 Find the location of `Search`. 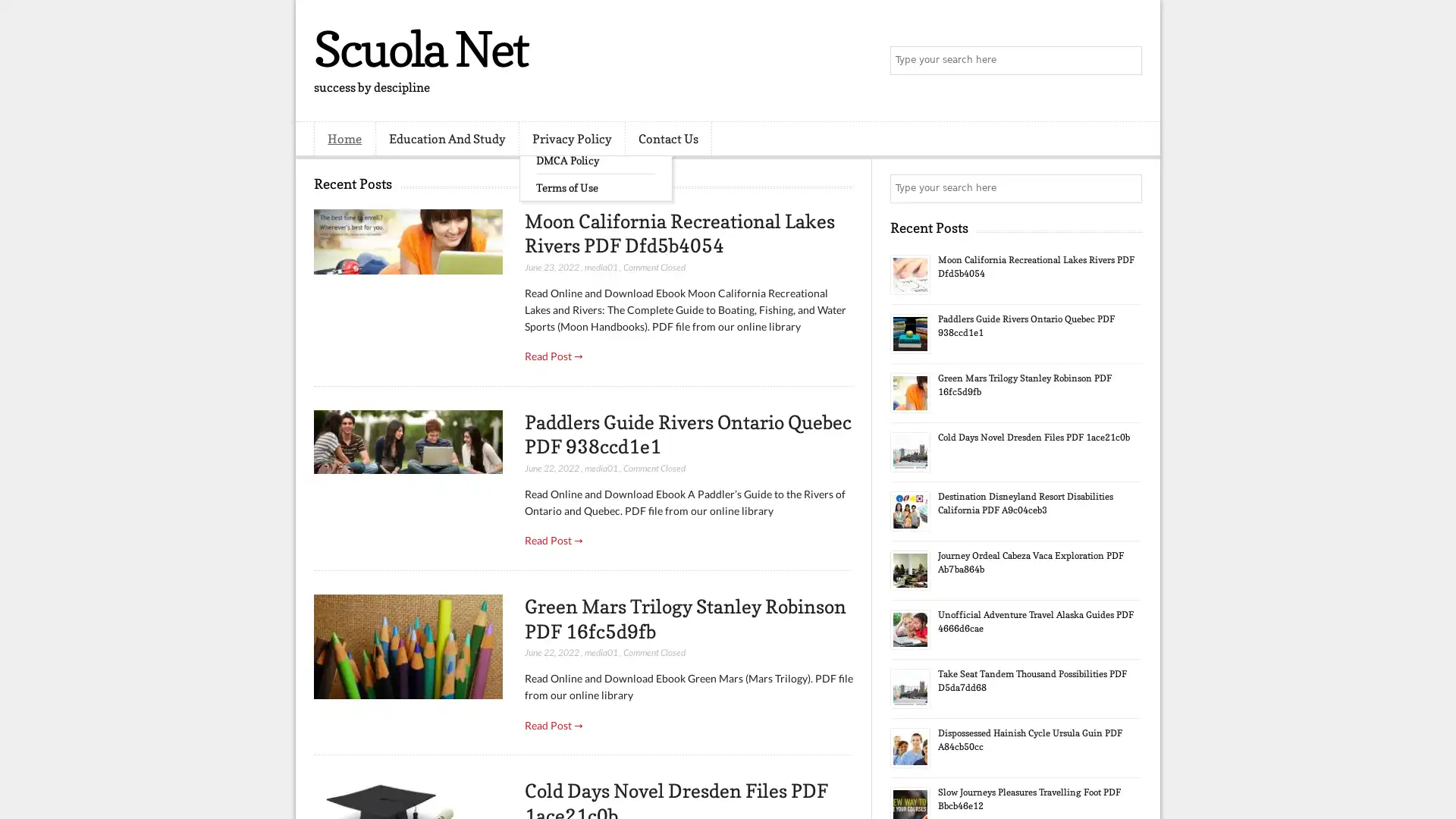

Search is located at coordinates (1126, 61).